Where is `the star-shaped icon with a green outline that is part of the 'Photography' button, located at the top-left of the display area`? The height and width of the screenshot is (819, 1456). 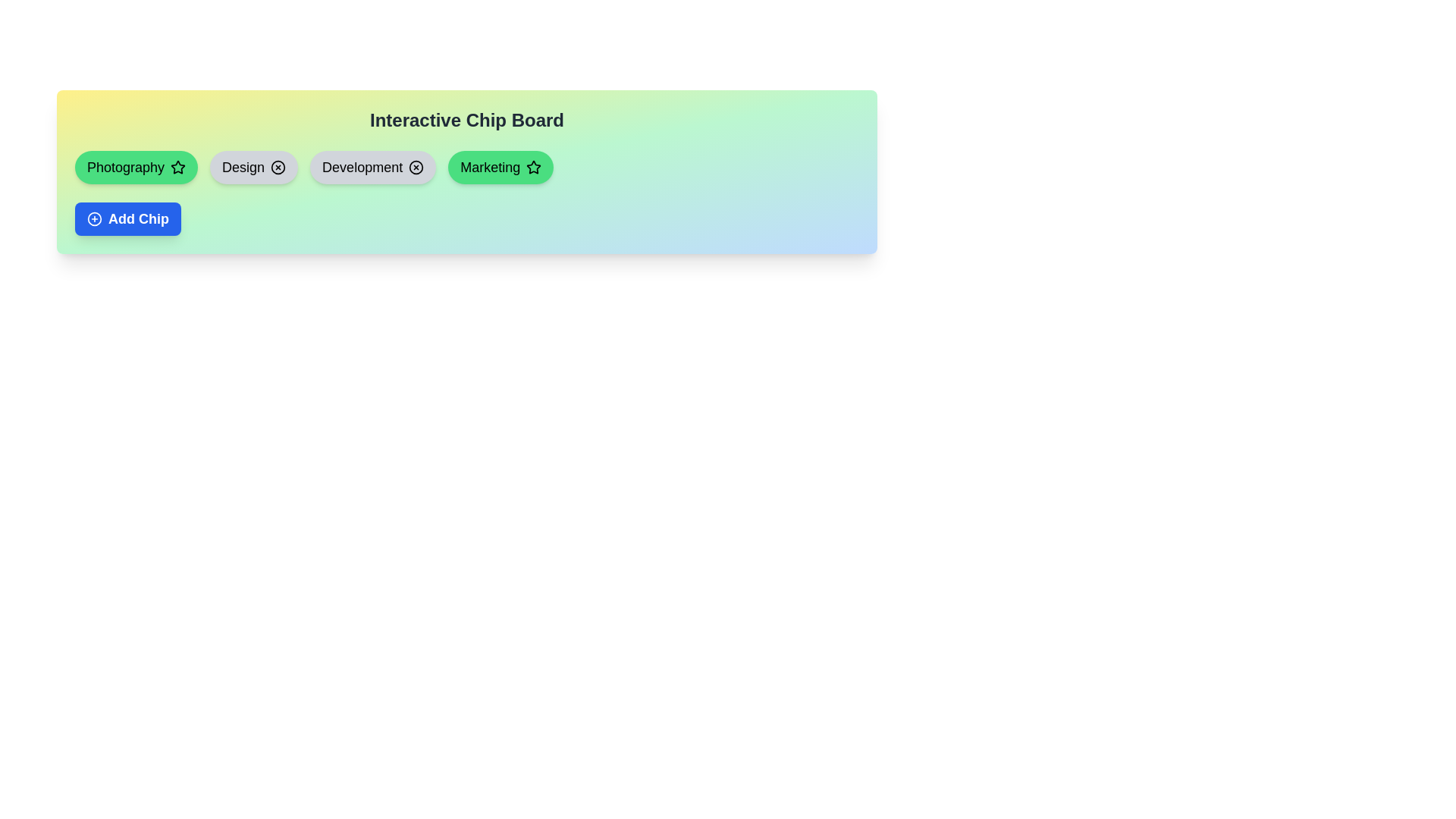
the star-shaped icon with a green outline that is part of the 'Photography' button, located at the top-left of the display area is located at coordinates (178, 167).